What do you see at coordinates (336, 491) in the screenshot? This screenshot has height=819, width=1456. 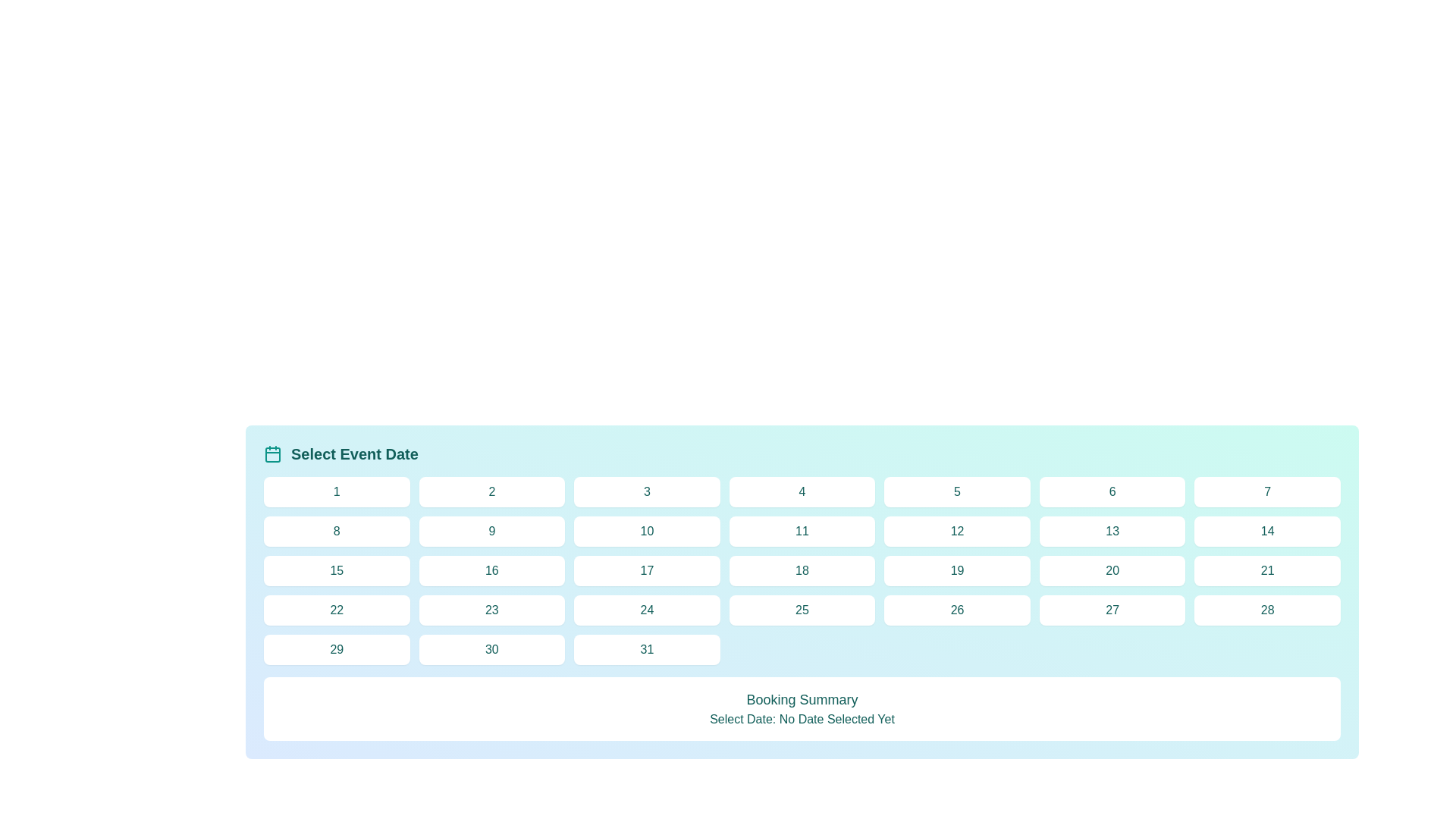 I see `the selectable day button for date '1' in the calendar, located at the top-left corner of the grid beneath 'Select Event Date'` at bounding box center [336, 491].